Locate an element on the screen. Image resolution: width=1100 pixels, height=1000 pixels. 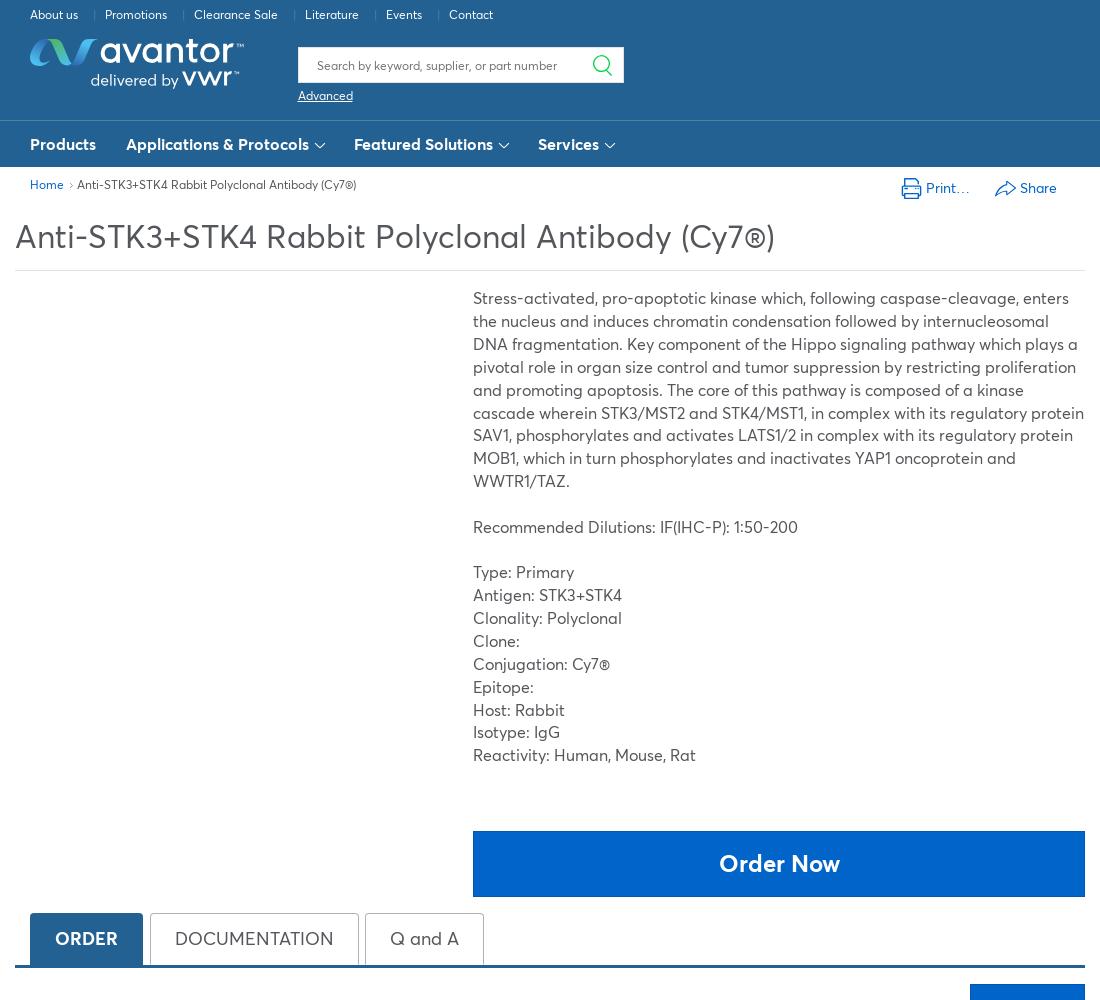
'Antigen: STK3+STK4' is located at coordinates (547, 594).